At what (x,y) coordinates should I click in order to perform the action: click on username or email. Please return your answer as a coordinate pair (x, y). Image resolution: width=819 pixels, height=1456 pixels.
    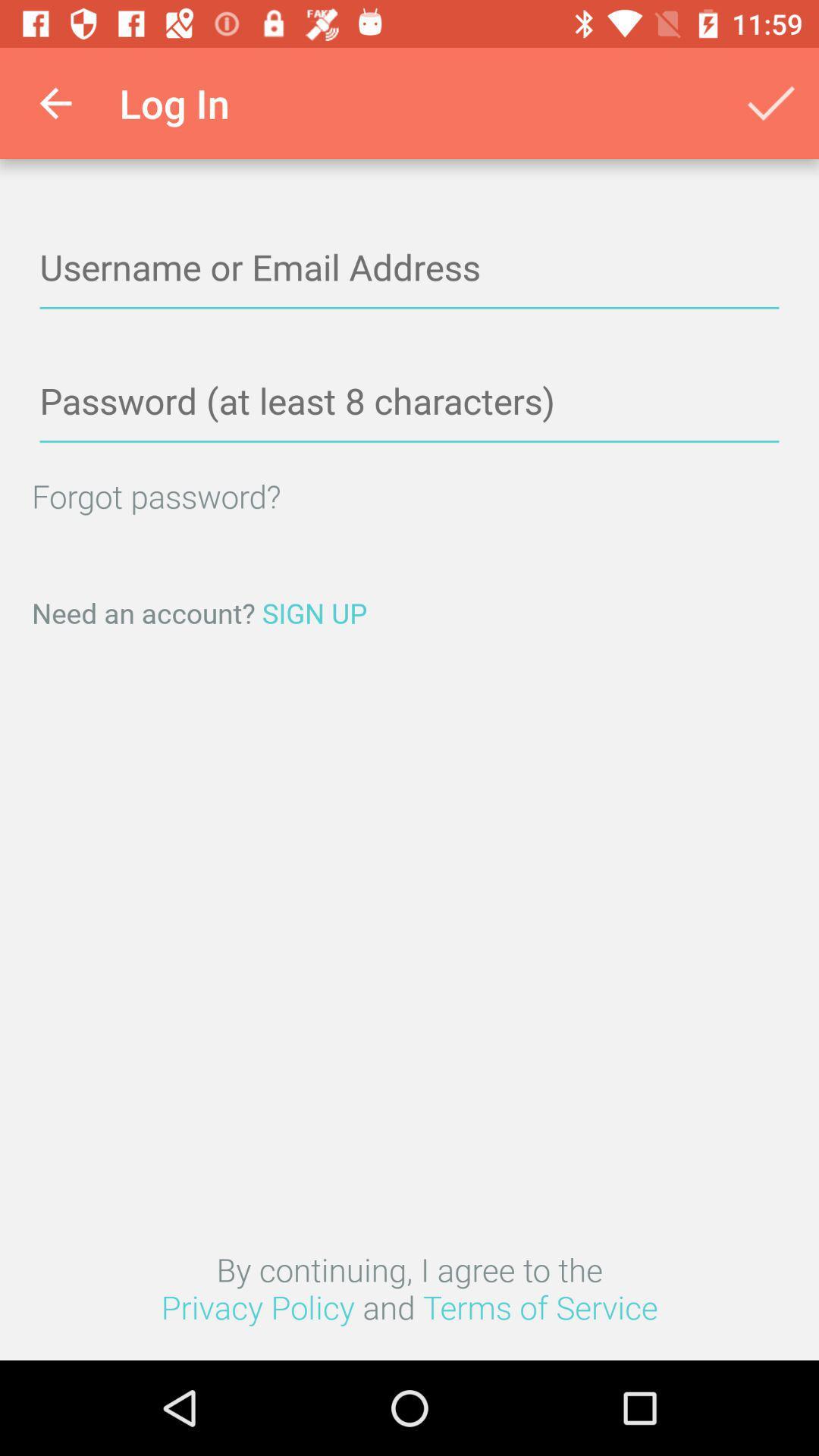
    Looking at the image, I should click on (409, 268).